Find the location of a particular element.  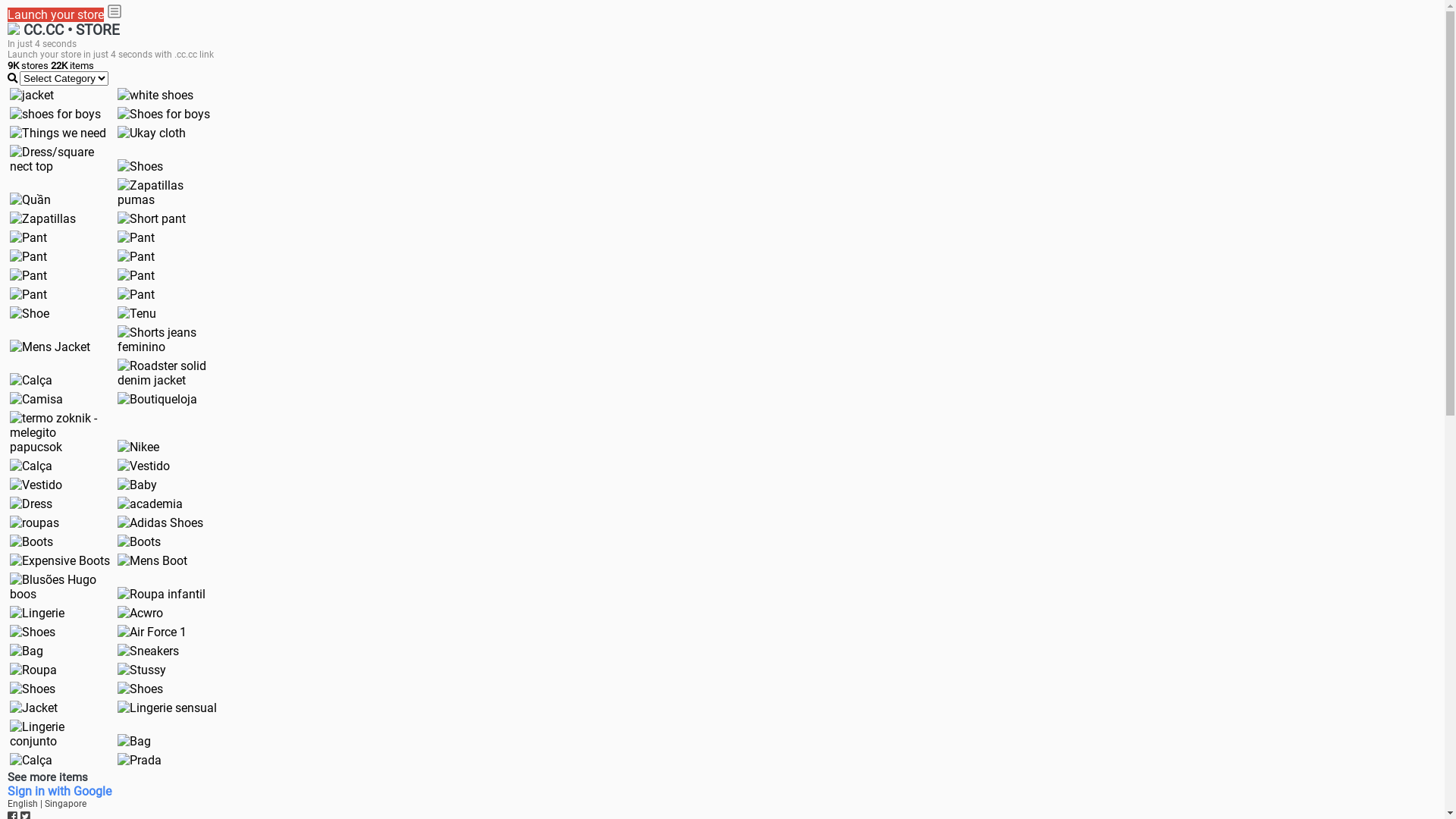

'academia' is located at coordinates (149, 504).